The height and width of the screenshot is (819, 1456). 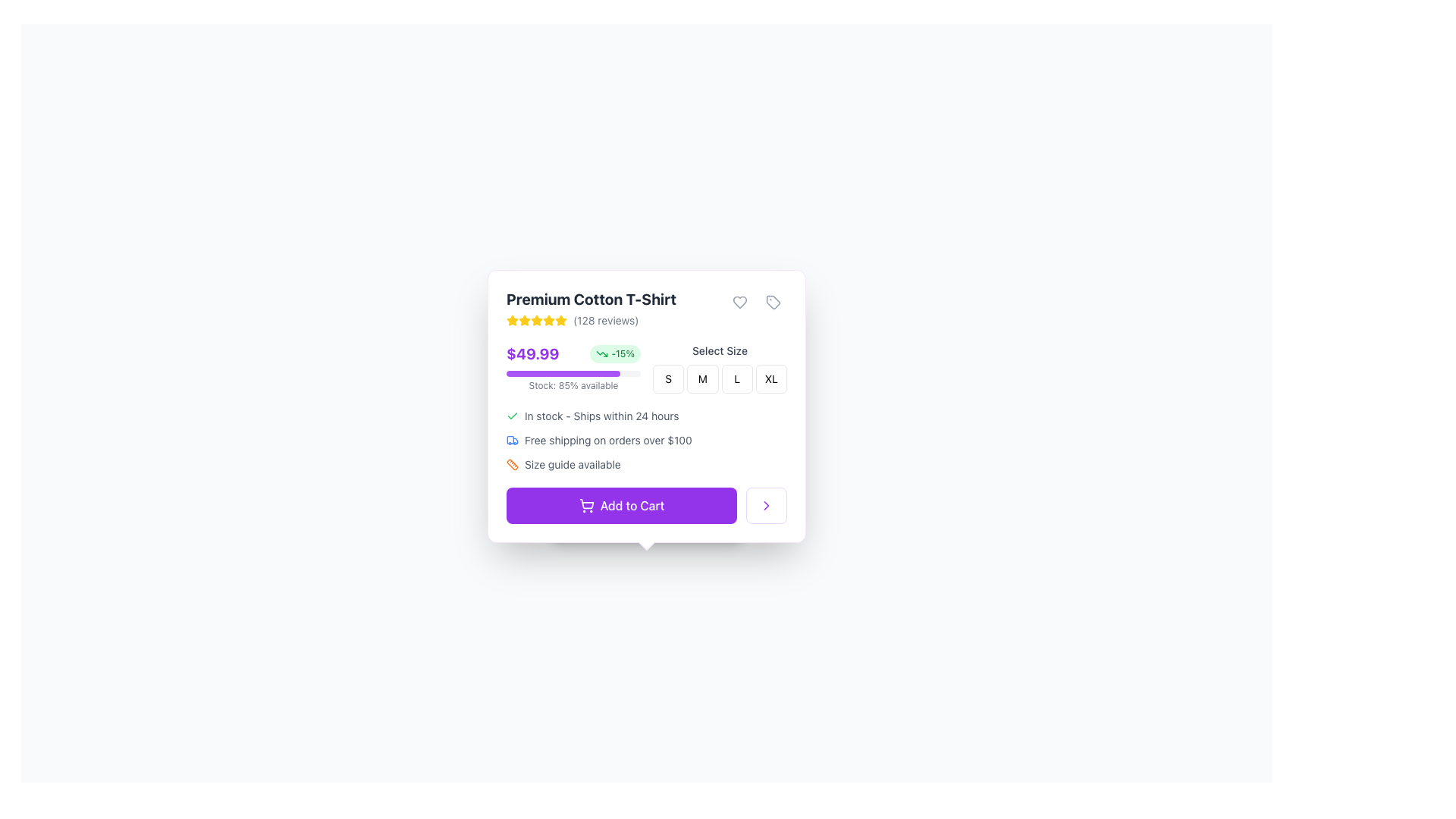 What do you see at coordinates (590, 320) in the screenshot?
I see `the static text label that reads '(128 reviews)' styled in a smaller gray font, located below the title 'Premium Cotton T-Shirt' and next to the yellow star rating section` at bounding box center [590, 320].